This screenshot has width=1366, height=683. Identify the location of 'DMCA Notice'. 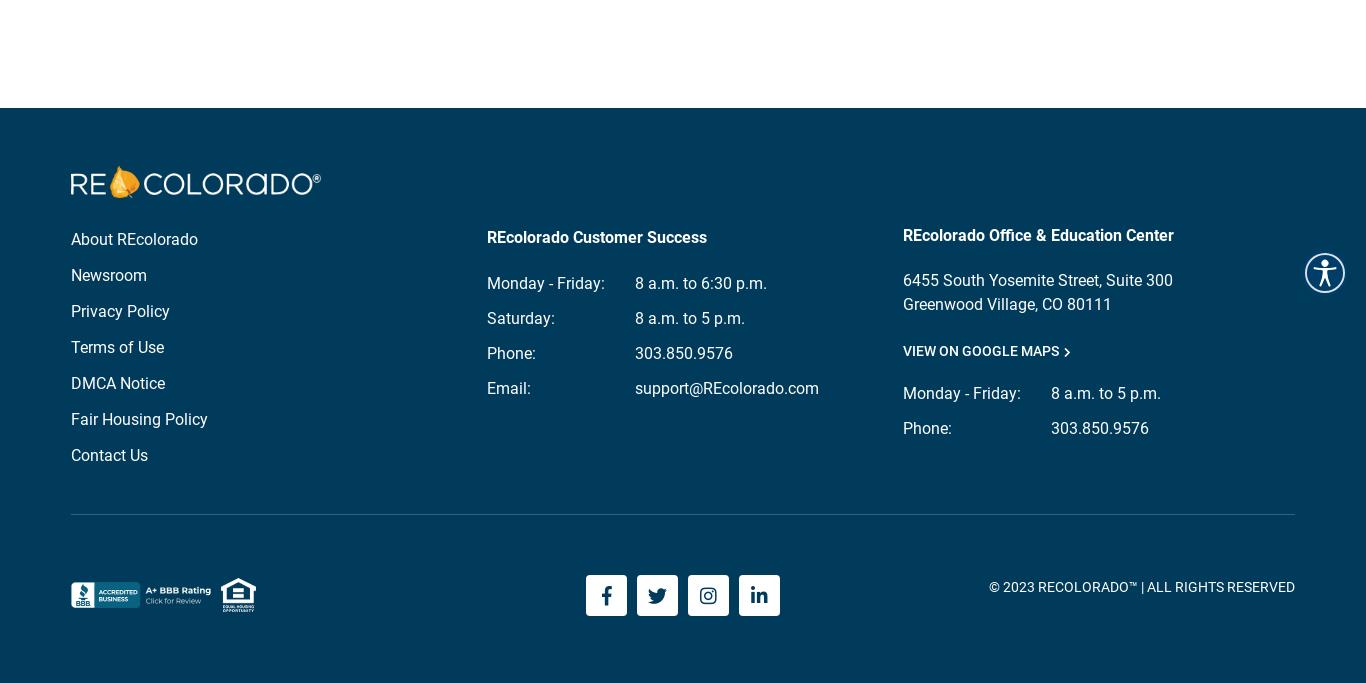
(71, 381).